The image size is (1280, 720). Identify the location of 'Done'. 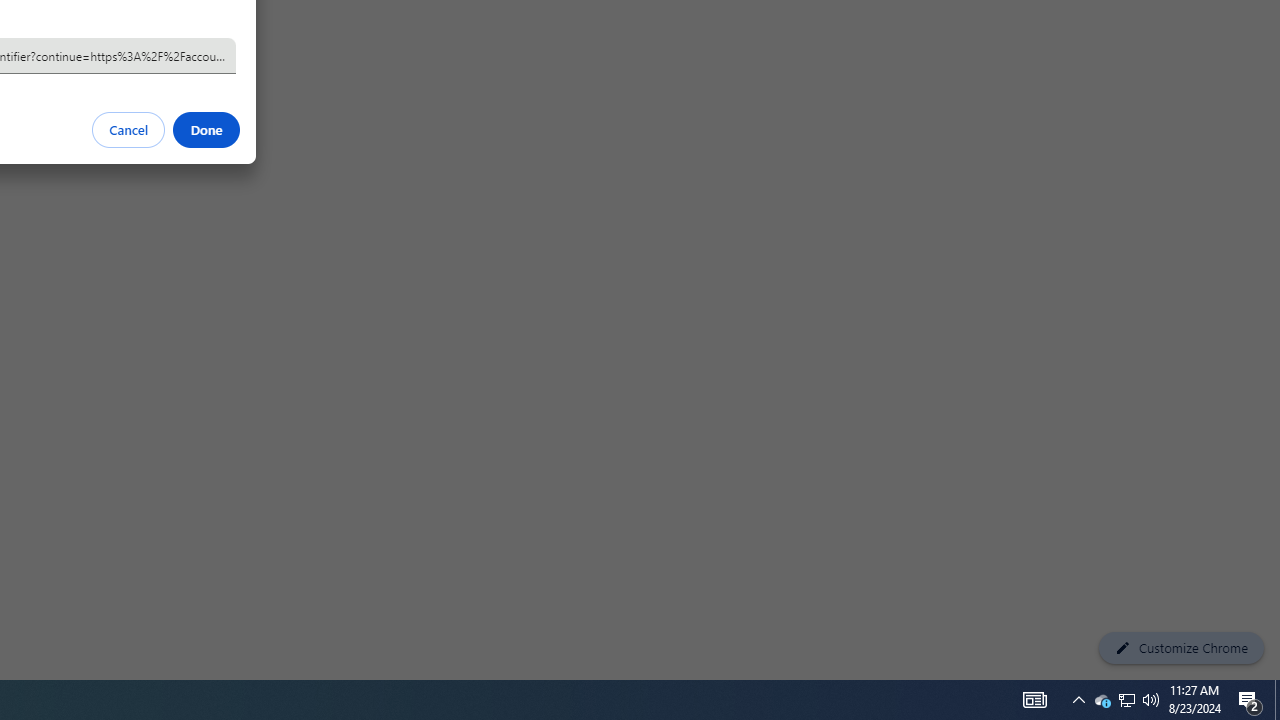
(206, 130).